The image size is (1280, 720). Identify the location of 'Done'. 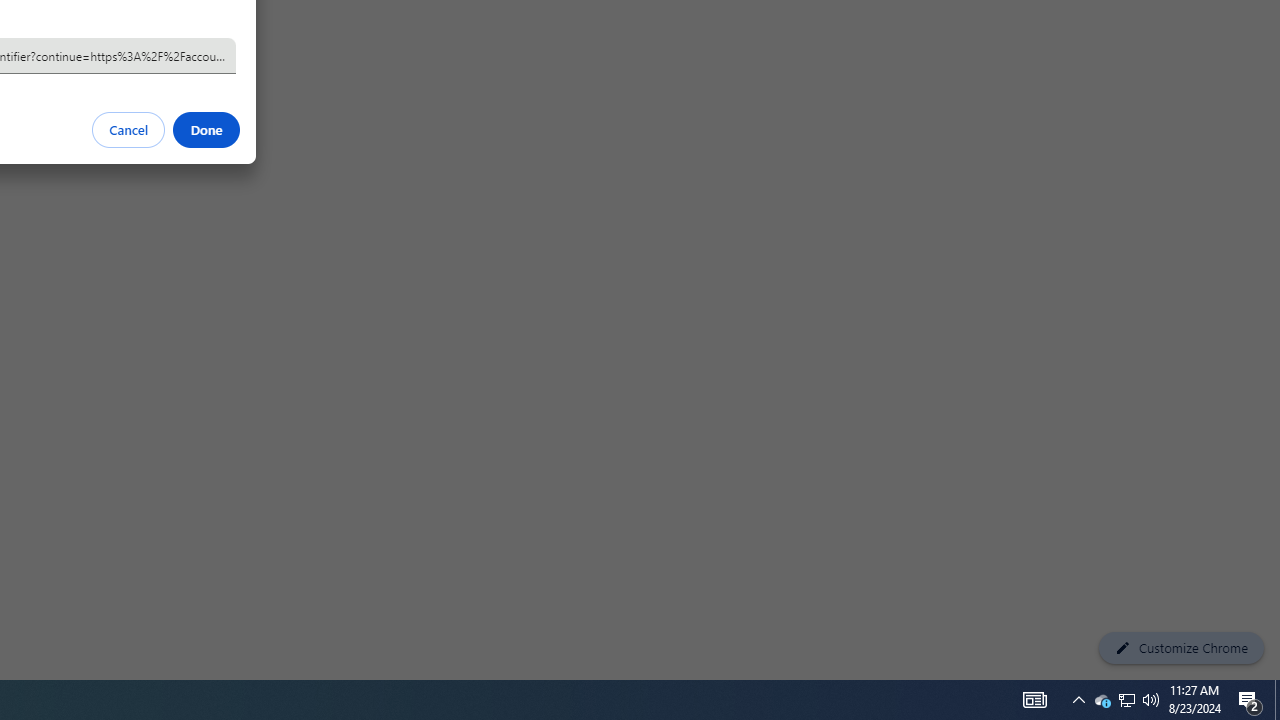
(206, 130).